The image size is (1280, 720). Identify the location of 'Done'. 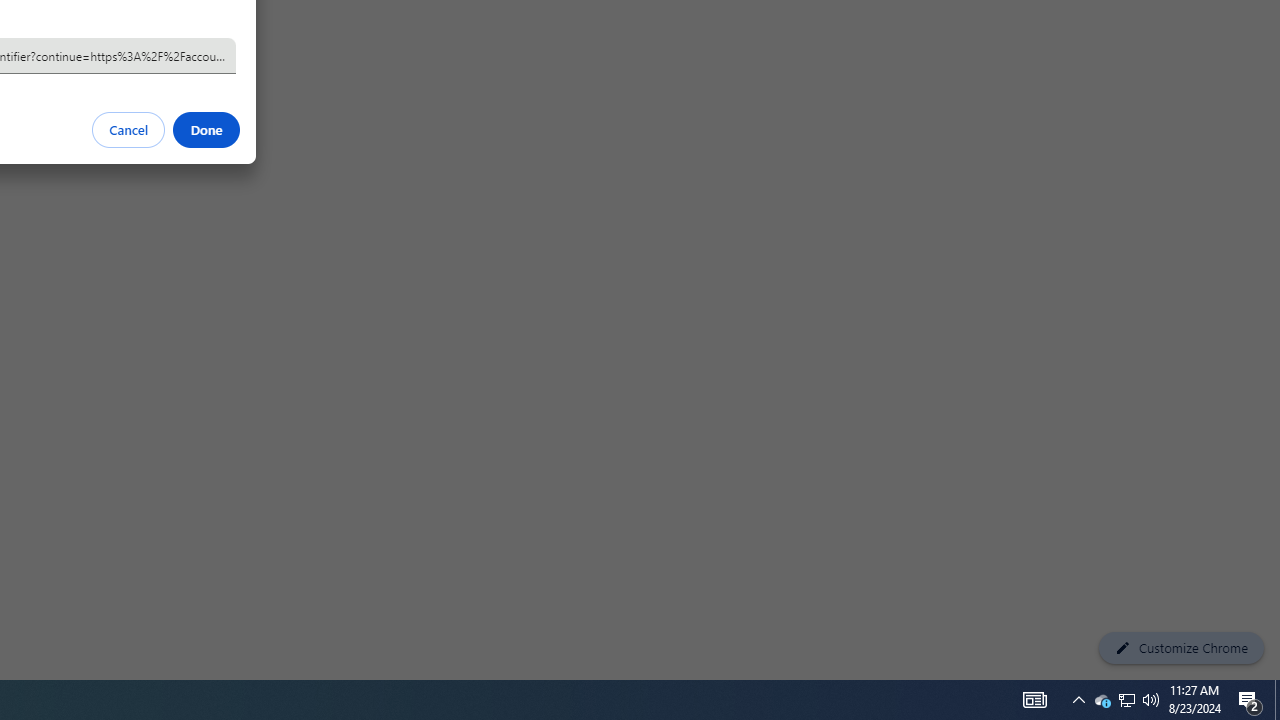
(206, 130).